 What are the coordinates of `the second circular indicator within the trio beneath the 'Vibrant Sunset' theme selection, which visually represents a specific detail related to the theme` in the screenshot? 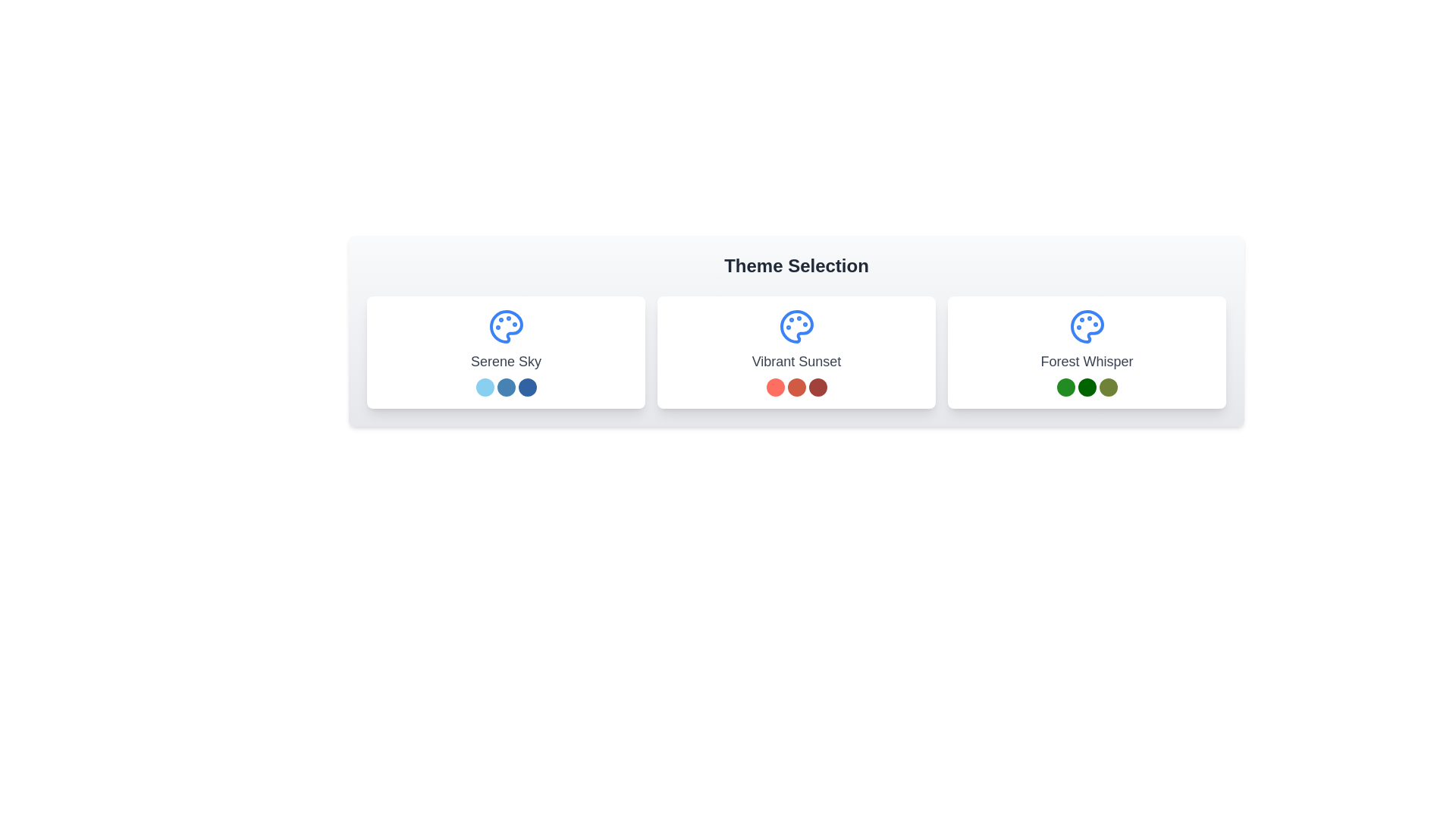 It's located at (795, 386).